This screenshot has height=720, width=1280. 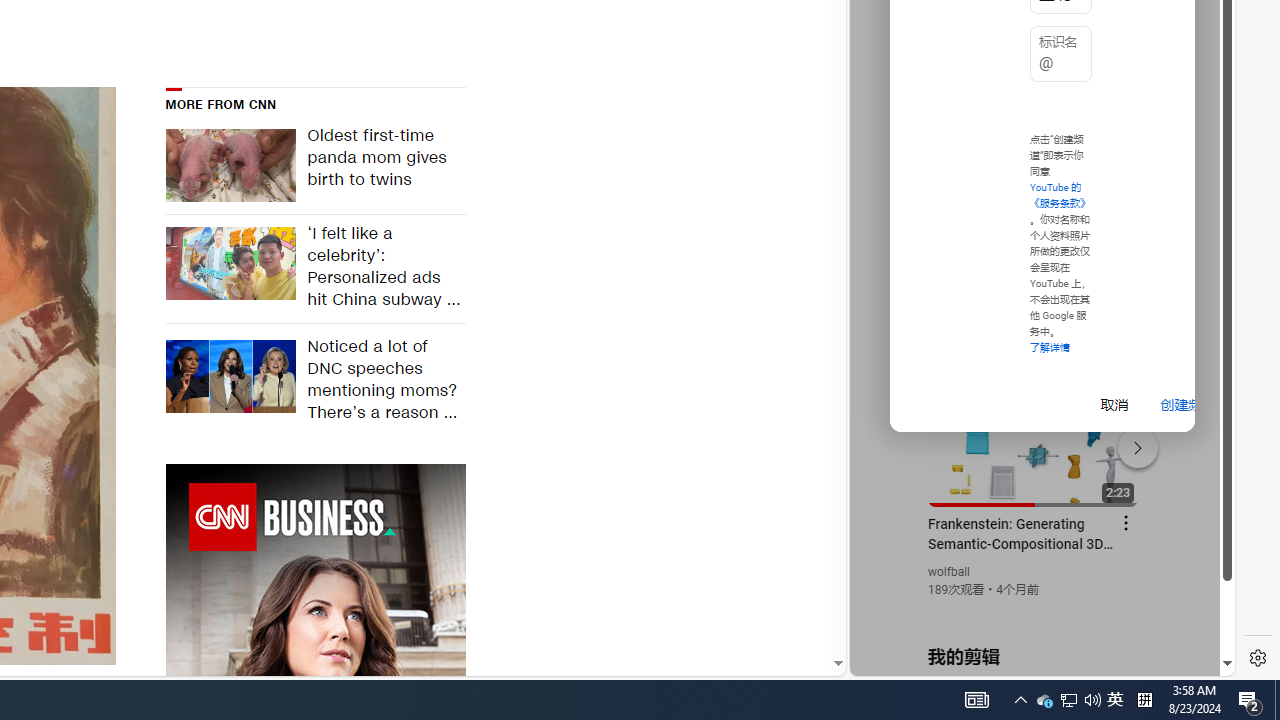 I want to click on 'Class: dict_pnIcon rms_img', so click(x=1028, y=660).